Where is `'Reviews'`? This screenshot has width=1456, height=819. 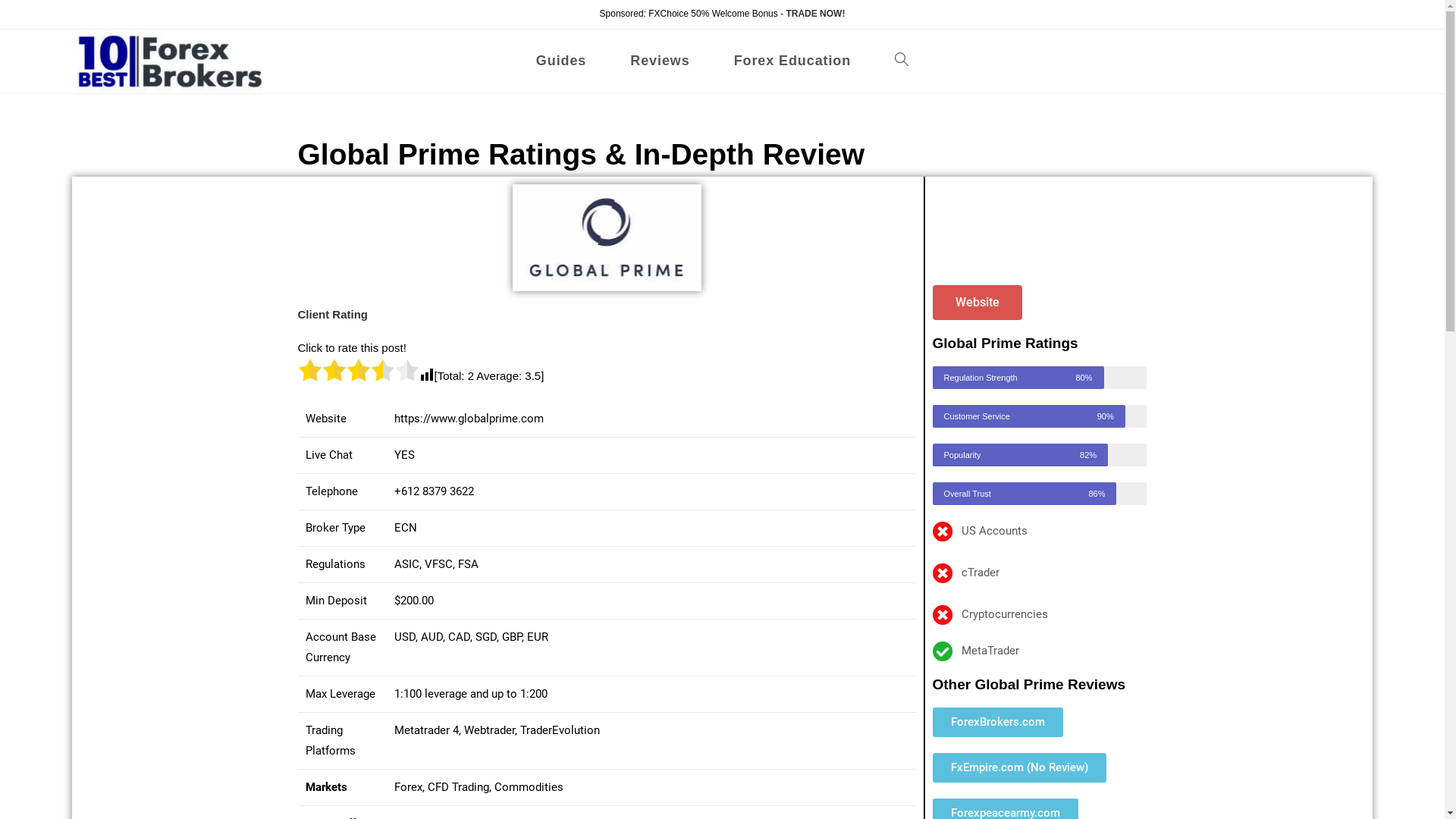 'Reviews' is located at coordinates (659, 60).